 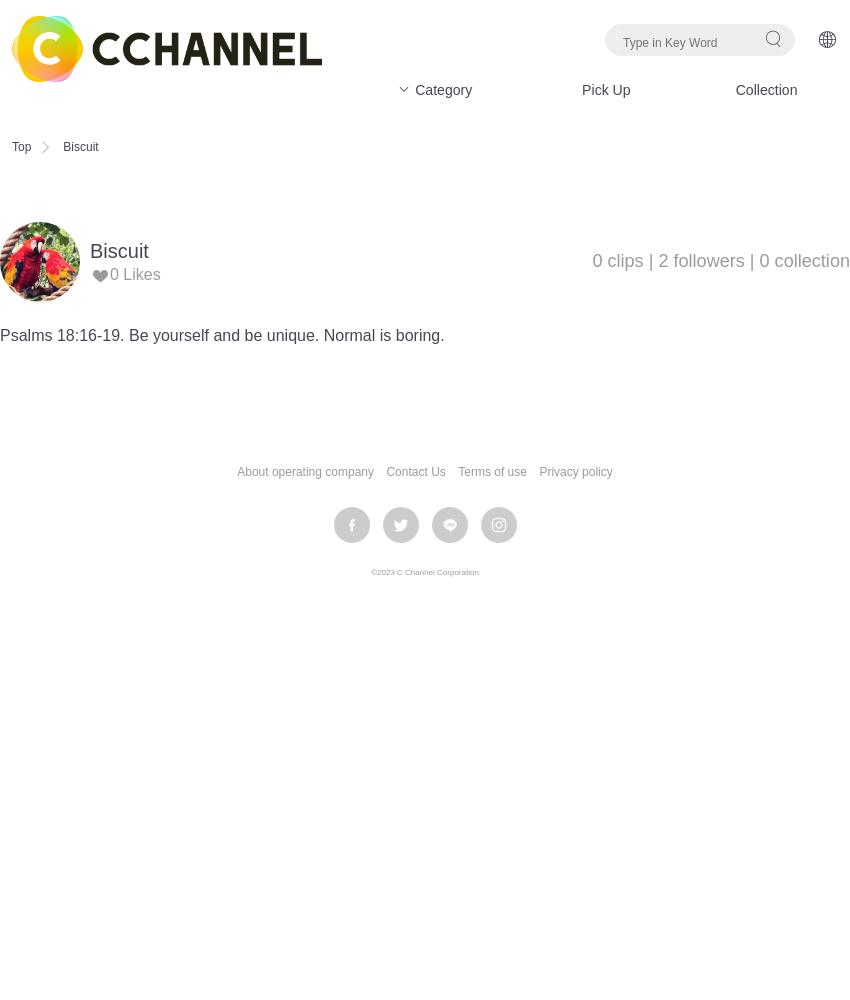 What do you see at coordinates (370, 571) in the screenshot?
I see `'©2023 C Channel Corporation'` at bounding box center [370, 571].